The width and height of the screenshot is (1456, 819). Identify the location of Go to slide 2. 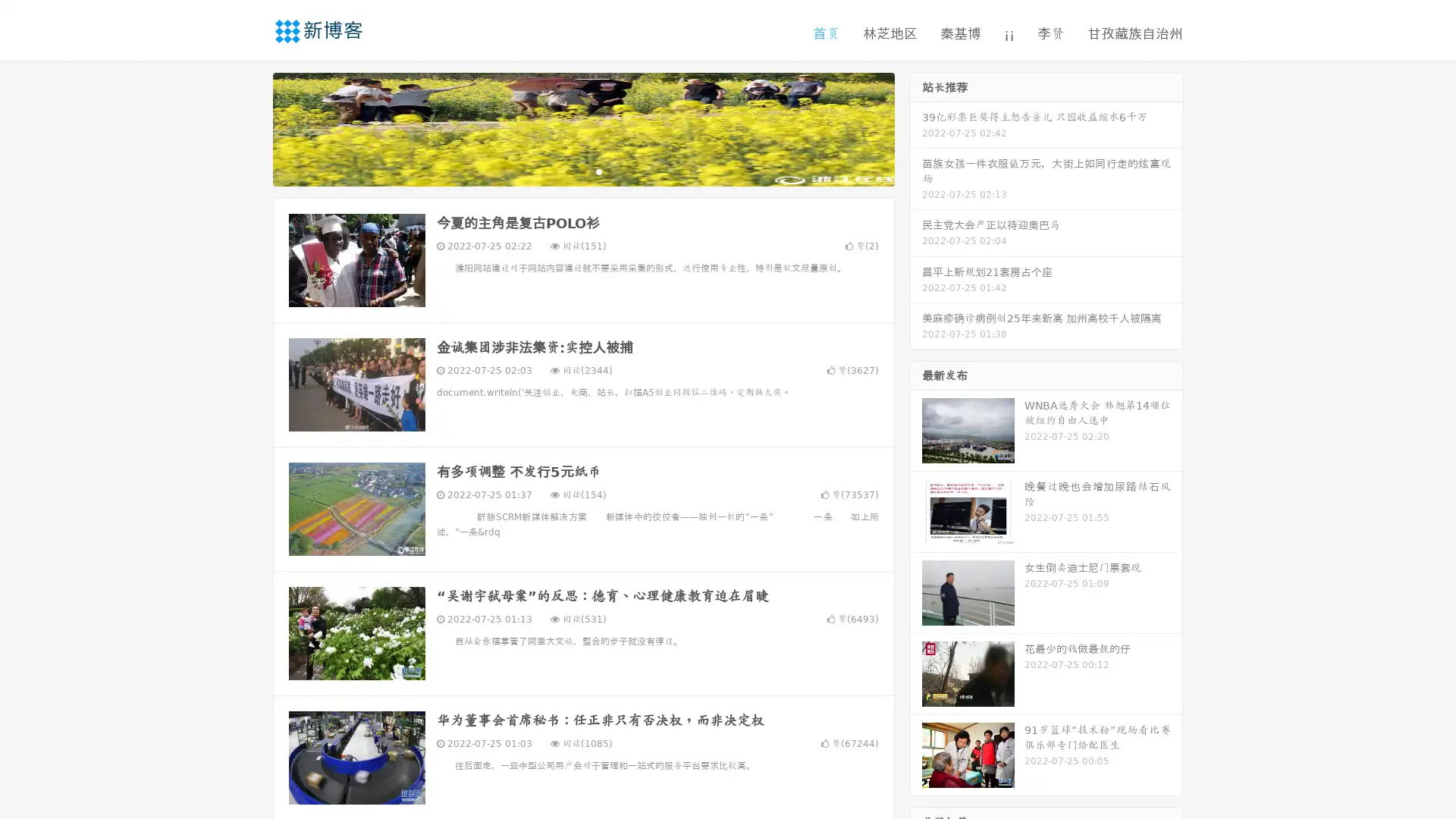
(582, 171).